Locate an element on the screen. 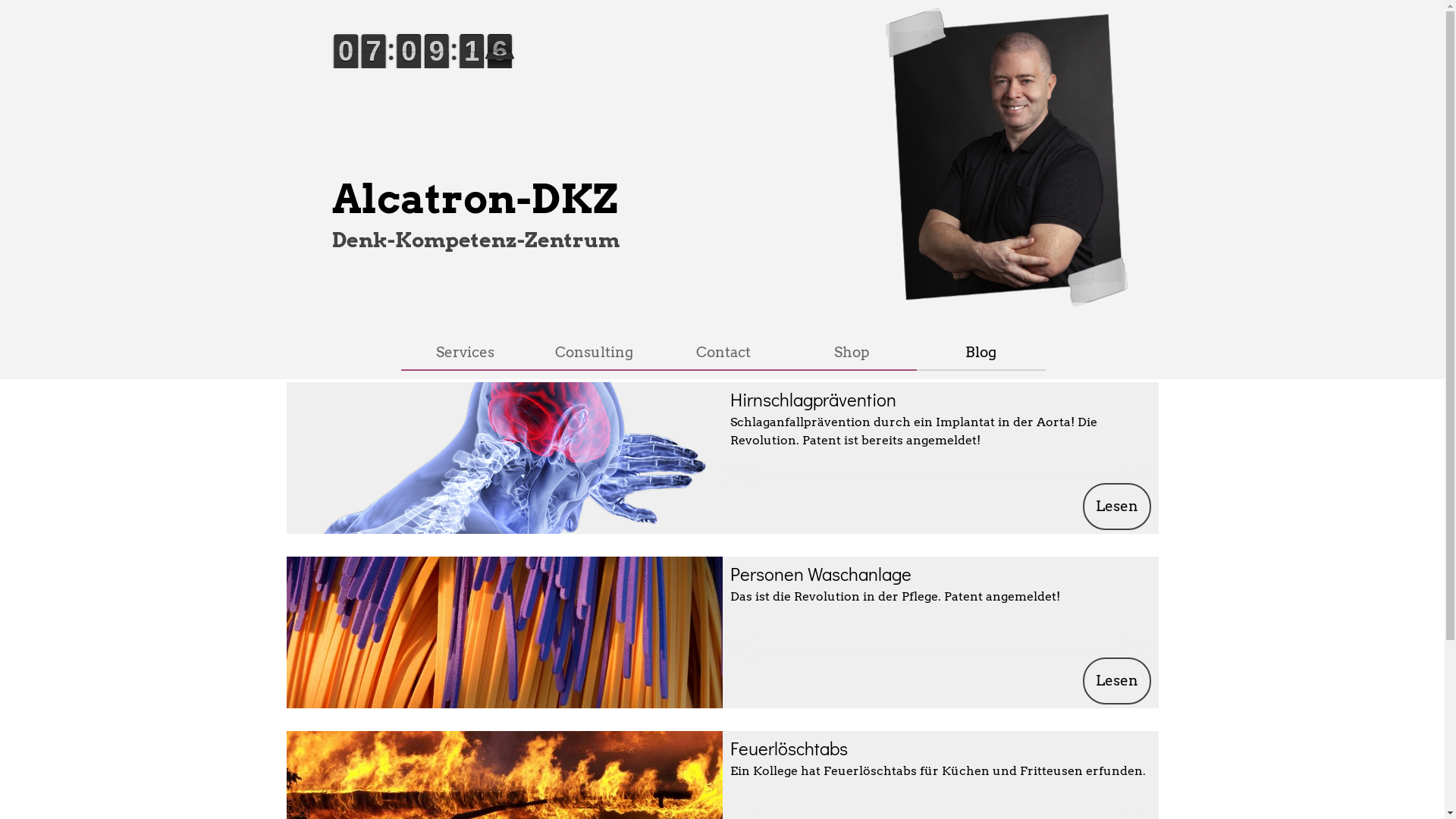 This screenshot has height=819, width=1456. 'Contact' is located at coordinates (722, 352).